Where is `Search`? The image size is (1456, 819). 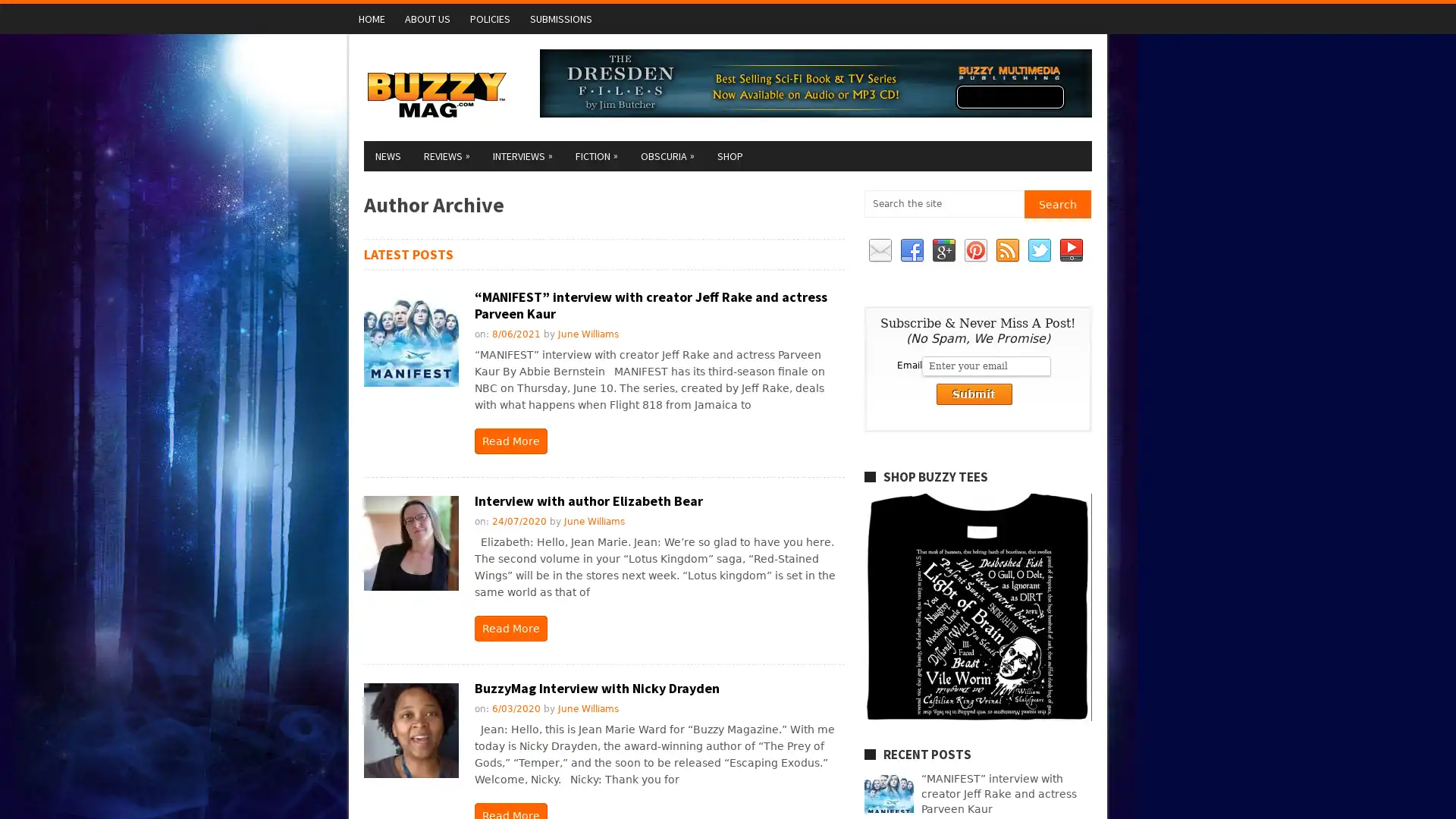
Search is located at coordinates (1056, 203).